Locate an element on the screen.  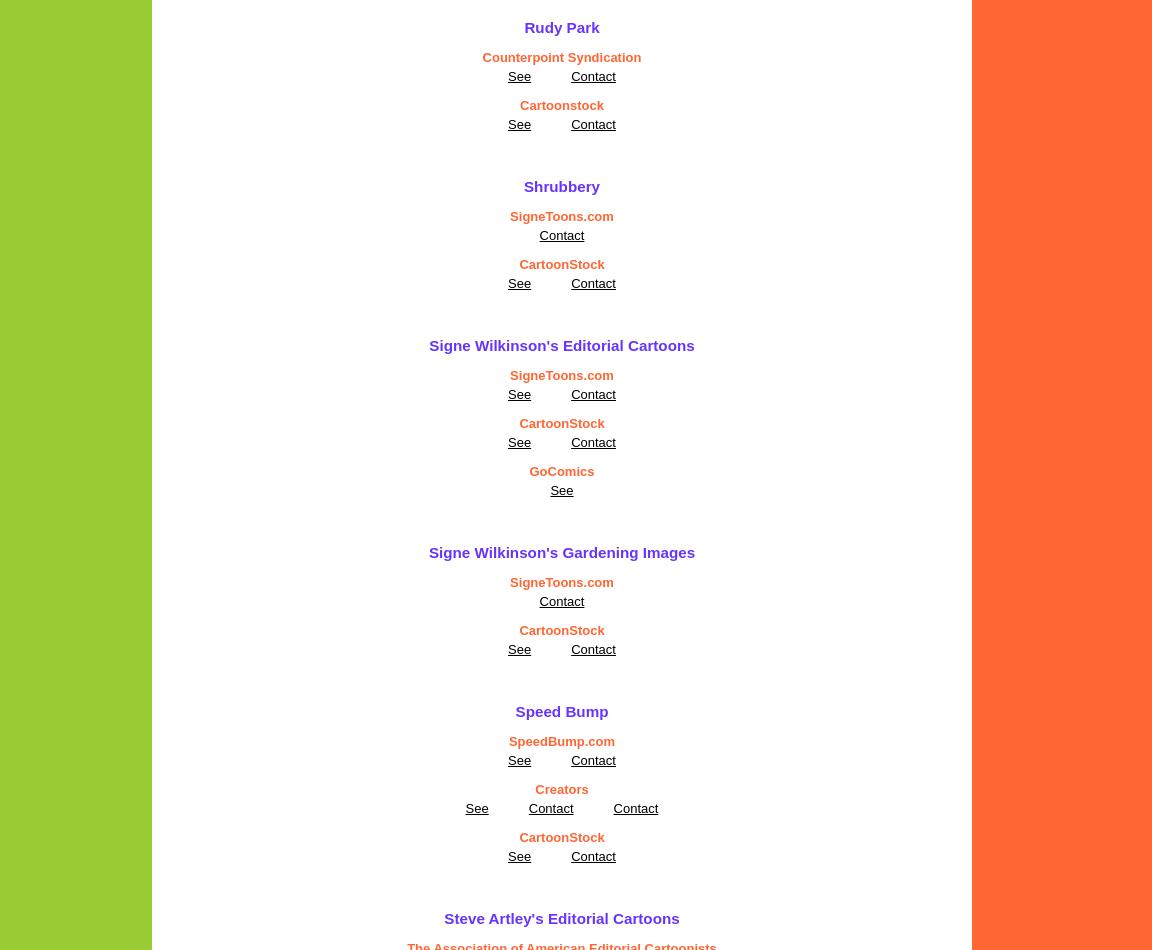
'Signe Wilkinson's Editorial Cartoons' is located at coordinates (561, 344).